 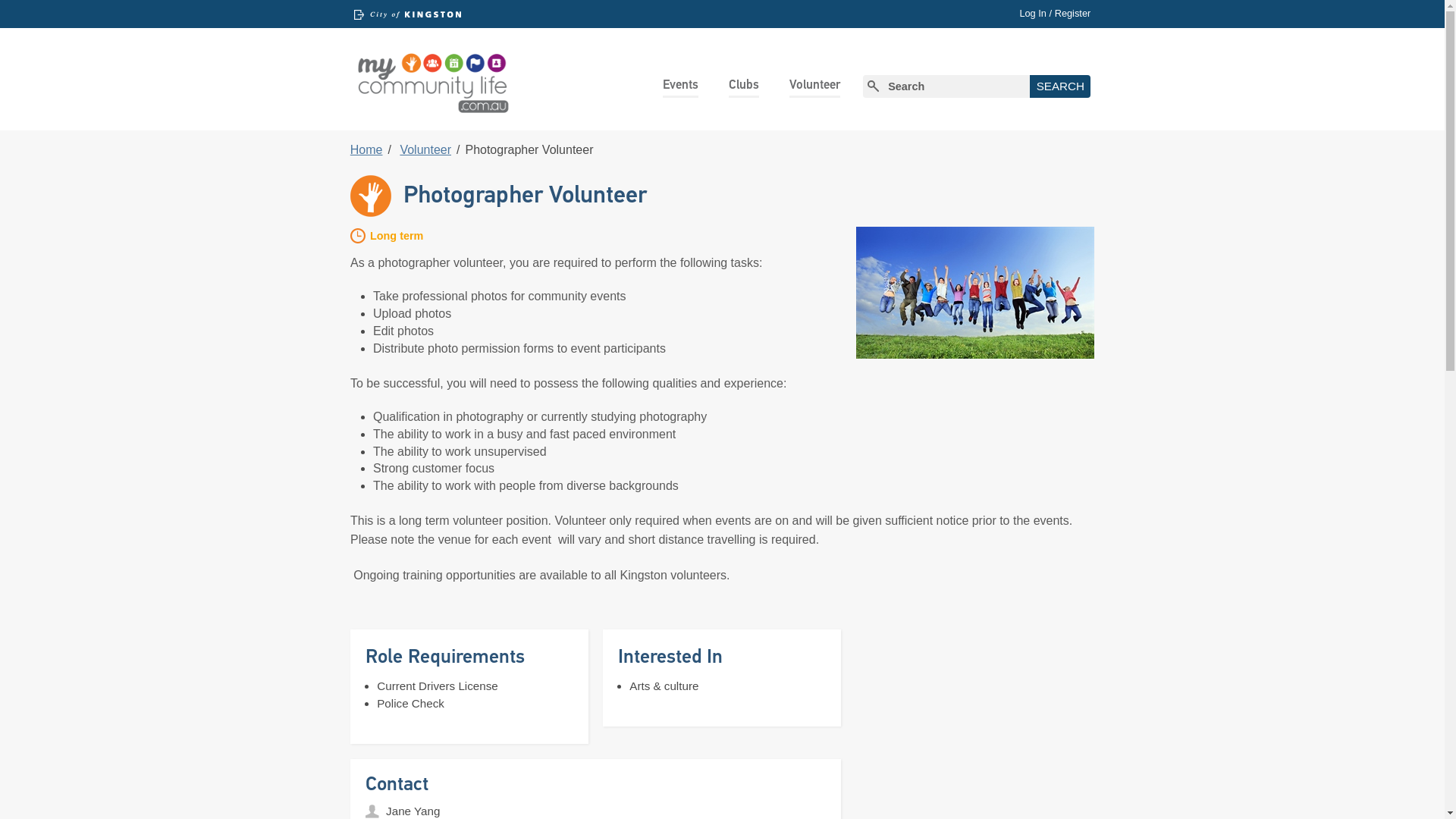 I want to click on 'Home', so click(x=366, y=149).